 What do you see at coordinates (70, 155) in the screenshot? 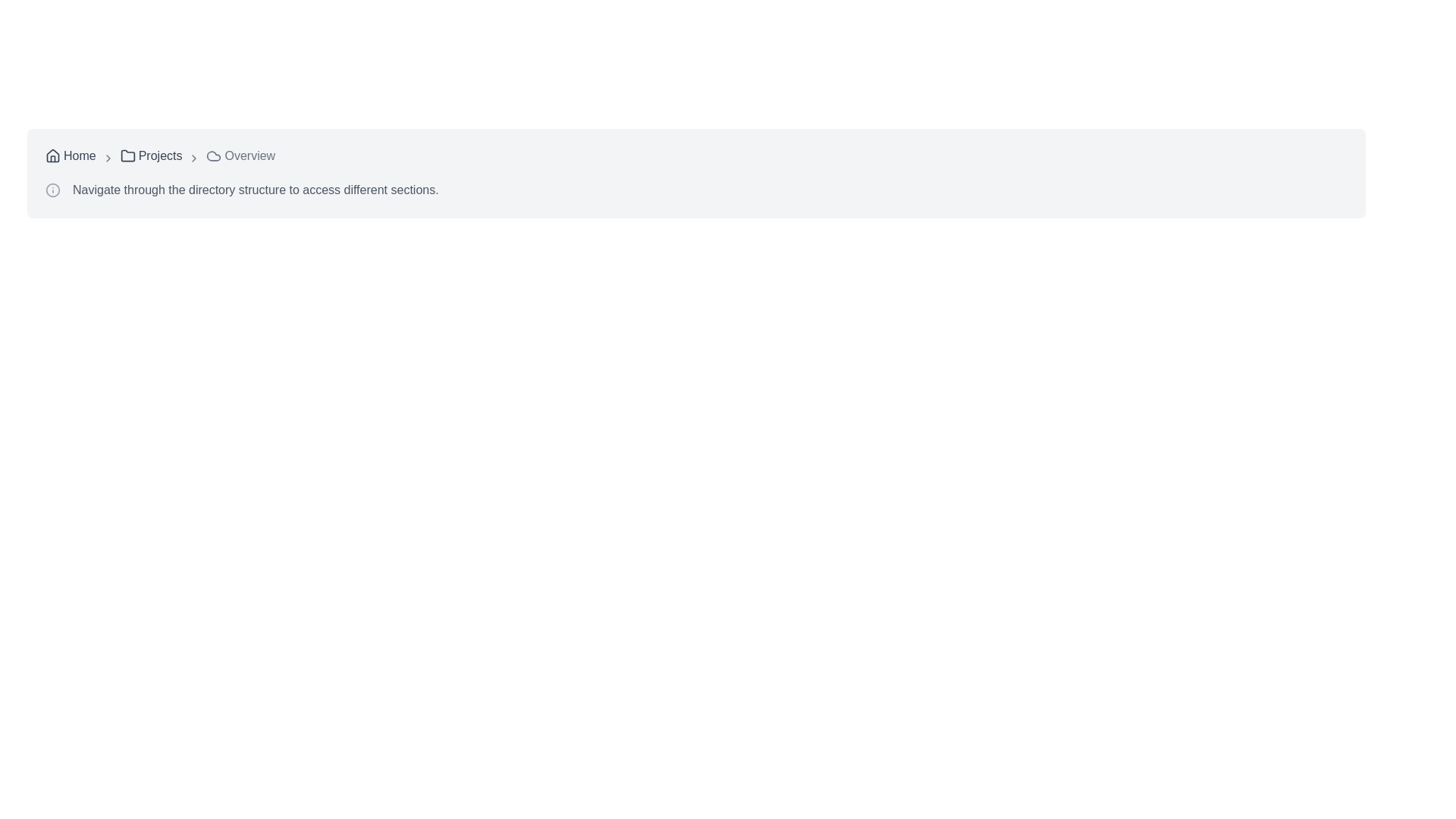
I see `the navigational link with an icon located in the top-left corner of the breadcrumb navigation bar to redirect to the home page` at bounding box center [70, 155].